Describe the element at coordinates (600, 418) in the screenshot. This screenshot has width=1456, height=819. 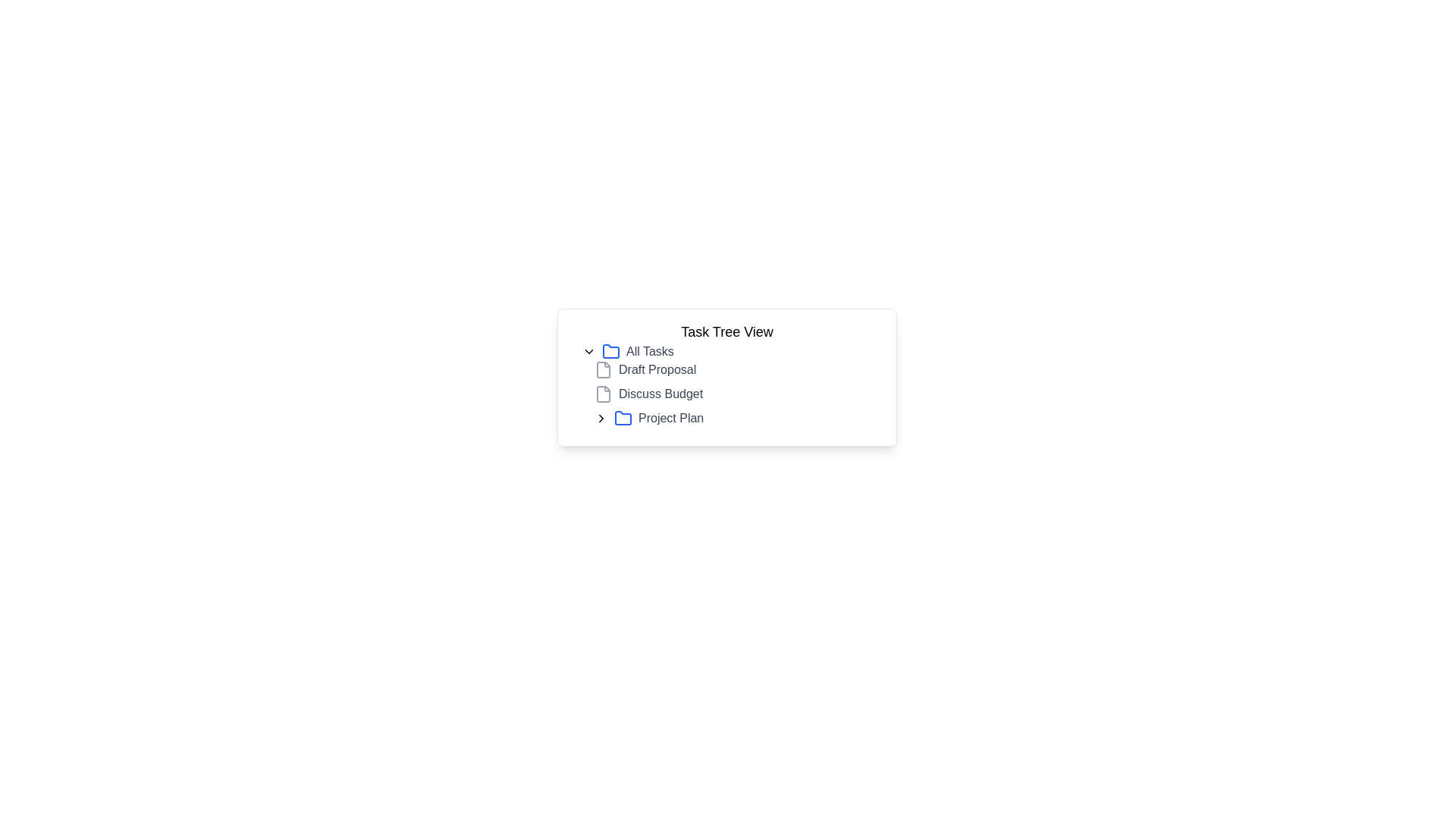
I see `the small triangular chevron icon pointing to the right, located to the far left of the row containing the 'Project Plan' text` at that location.